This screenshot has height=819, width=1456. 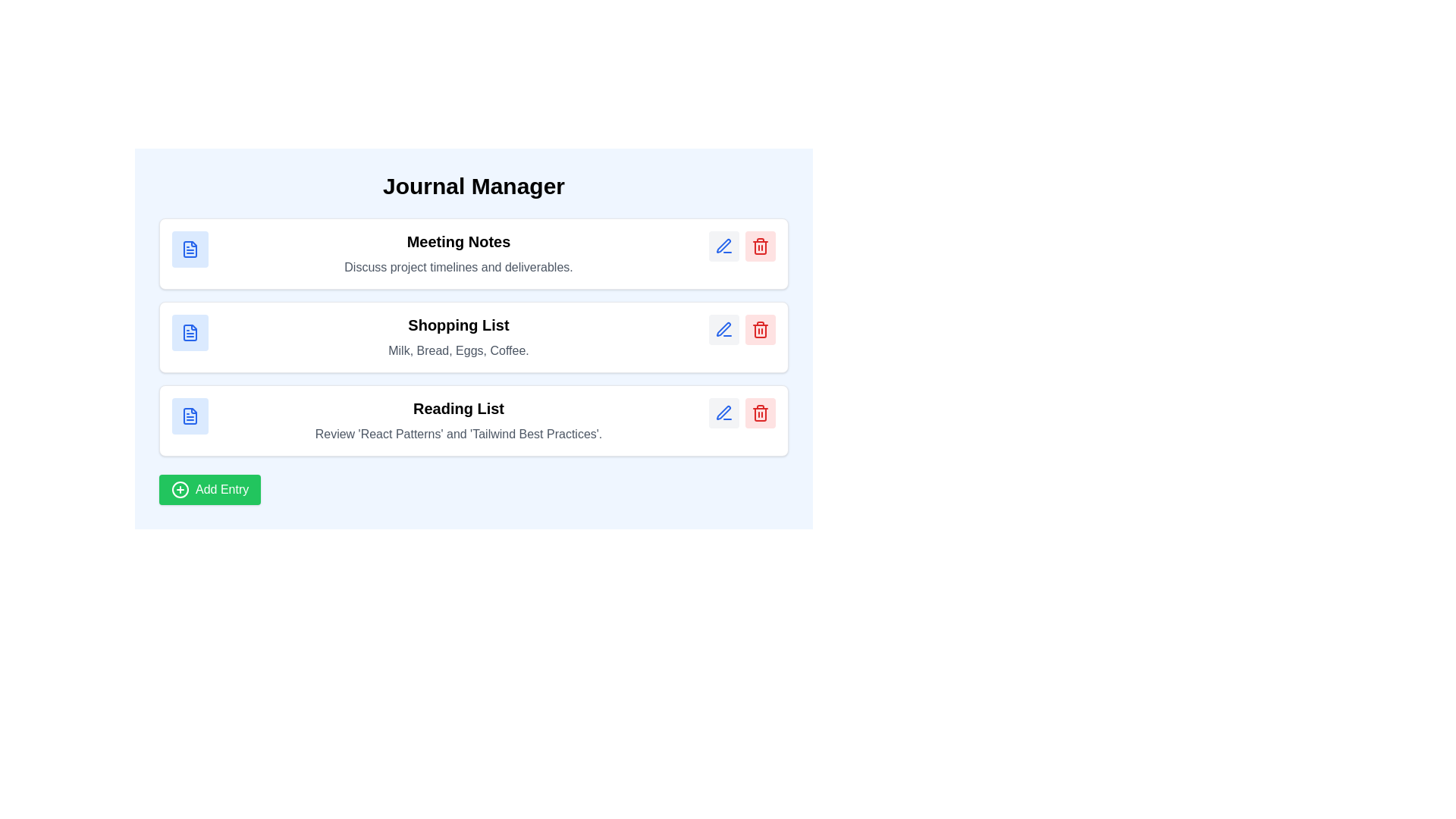 What do you see at coordinates (189, 332) in the screenshot?
I see `the file/document icon located in the top-left corner of the 'Shopping List' card` at bounding box center [189, 332].